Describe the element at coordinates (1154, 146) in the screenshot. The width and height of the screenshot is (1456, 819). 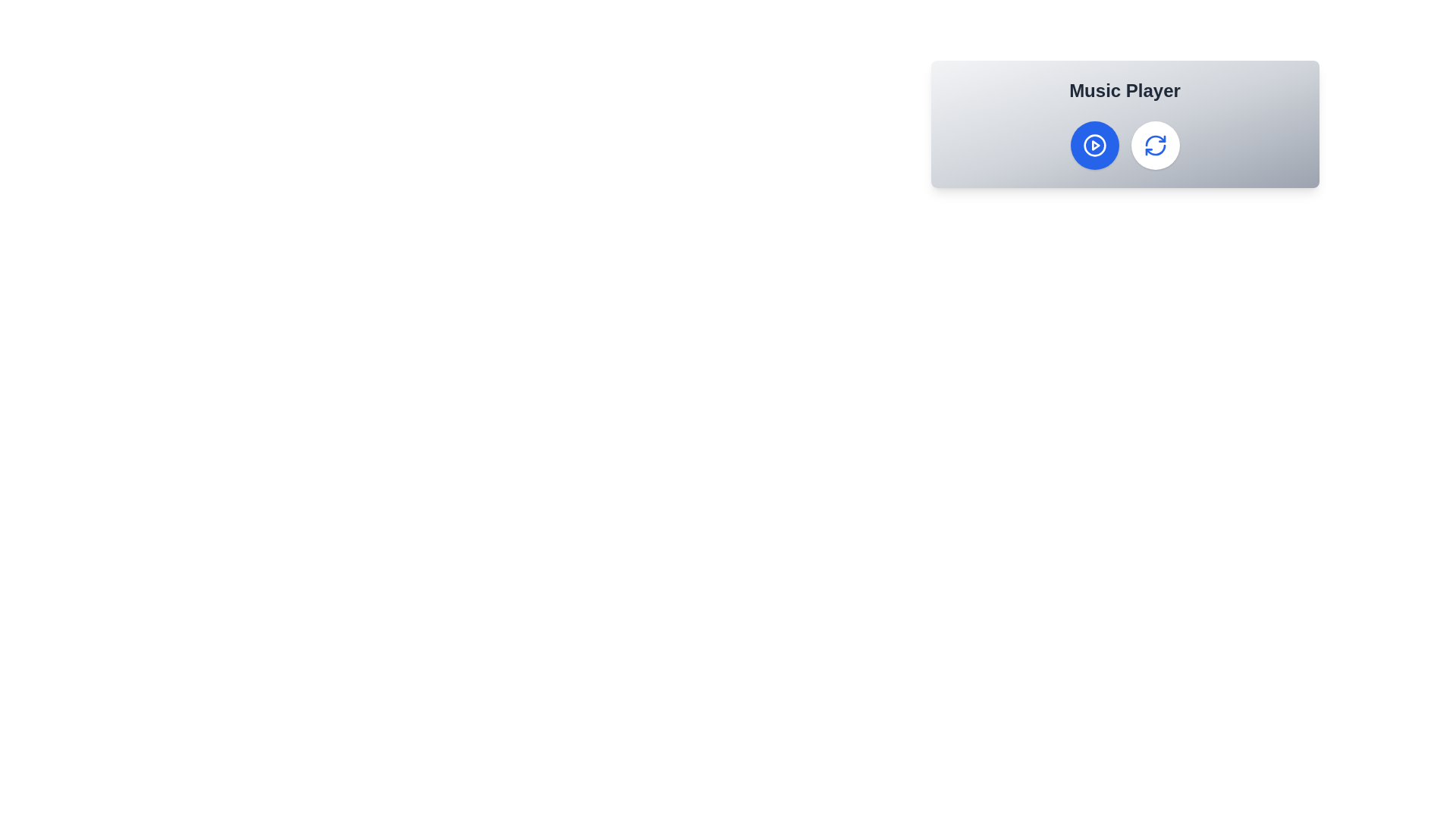
I see `the refresh button located at the rightmost position of the music player control area for keyboard navigation` at that location.